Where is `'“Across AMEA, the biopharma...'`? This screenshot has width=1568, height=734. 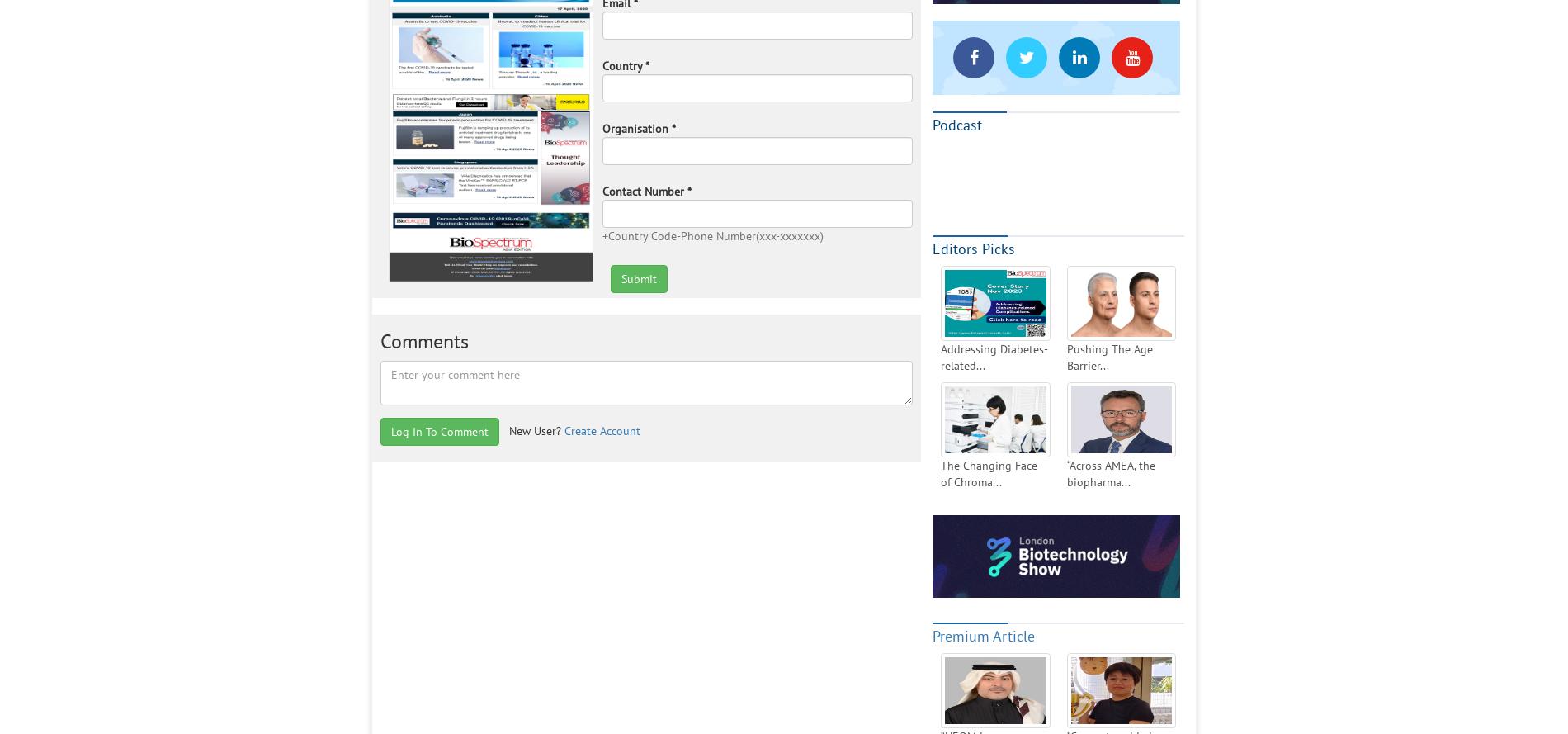
'“Across AMEA, the biopharma...' is located at coordinates (1109, 472).